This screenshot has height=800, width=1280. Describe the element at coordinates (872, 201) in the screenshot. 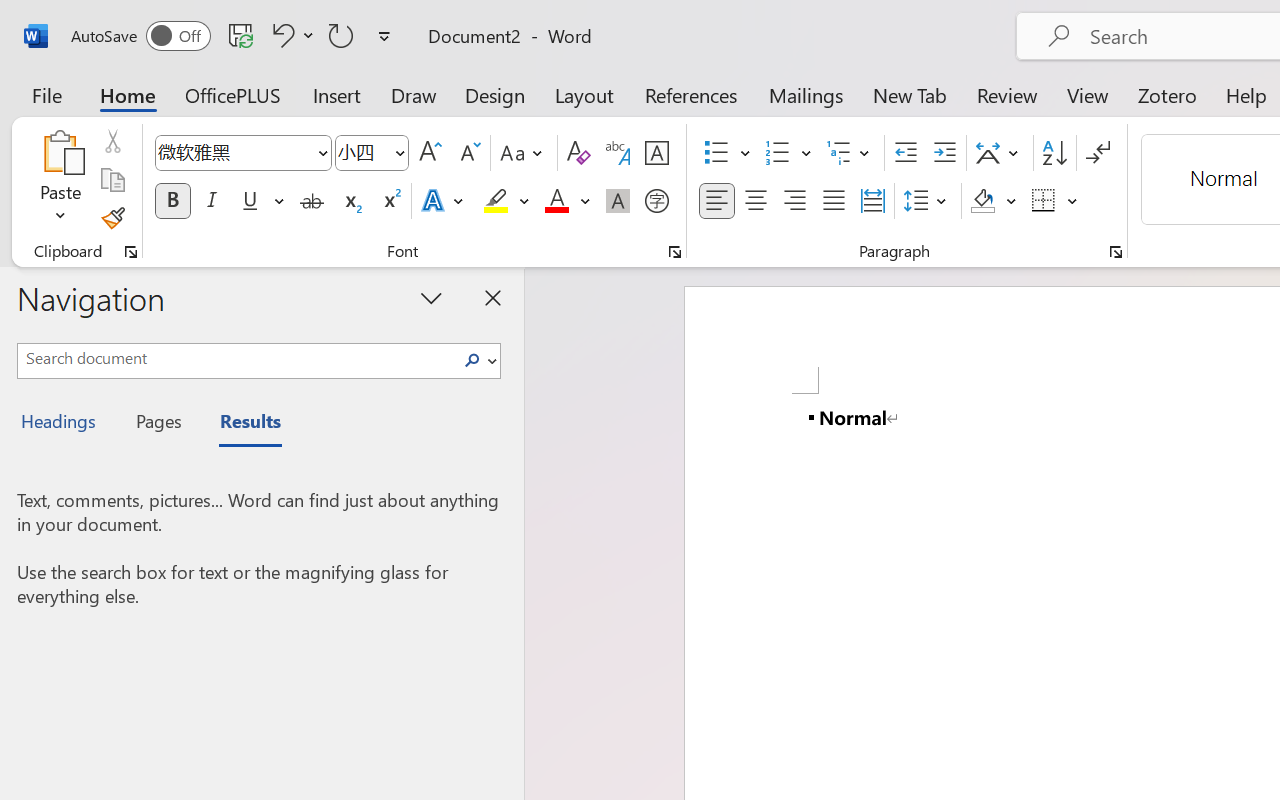

I see `'Distributed'` at that location.